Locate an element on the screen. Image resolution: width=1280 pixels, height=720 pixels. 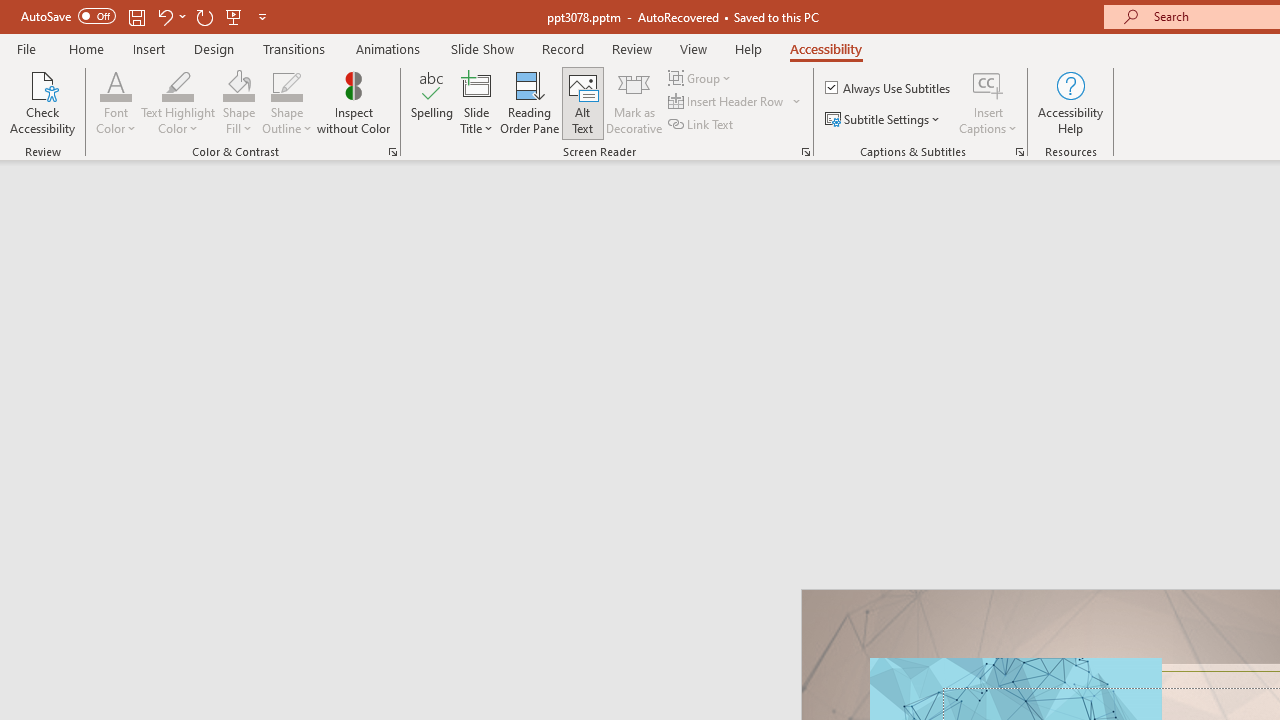
'Check Accessibility' is located at coordinates (42, 103).